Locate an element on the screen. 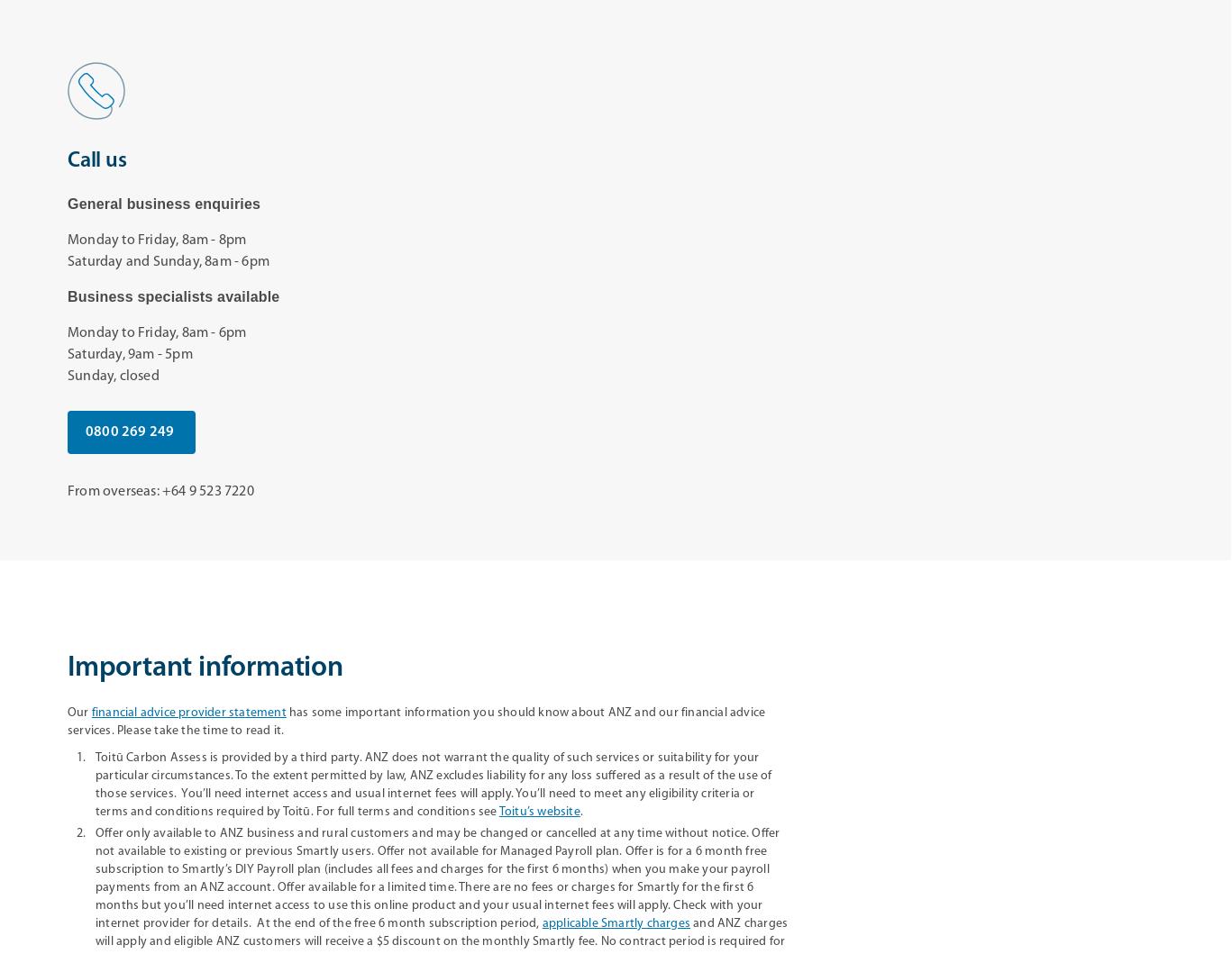 The width and height of the screenshot is (1232, 954). 'Important information' is located at coordinates (204, 668).